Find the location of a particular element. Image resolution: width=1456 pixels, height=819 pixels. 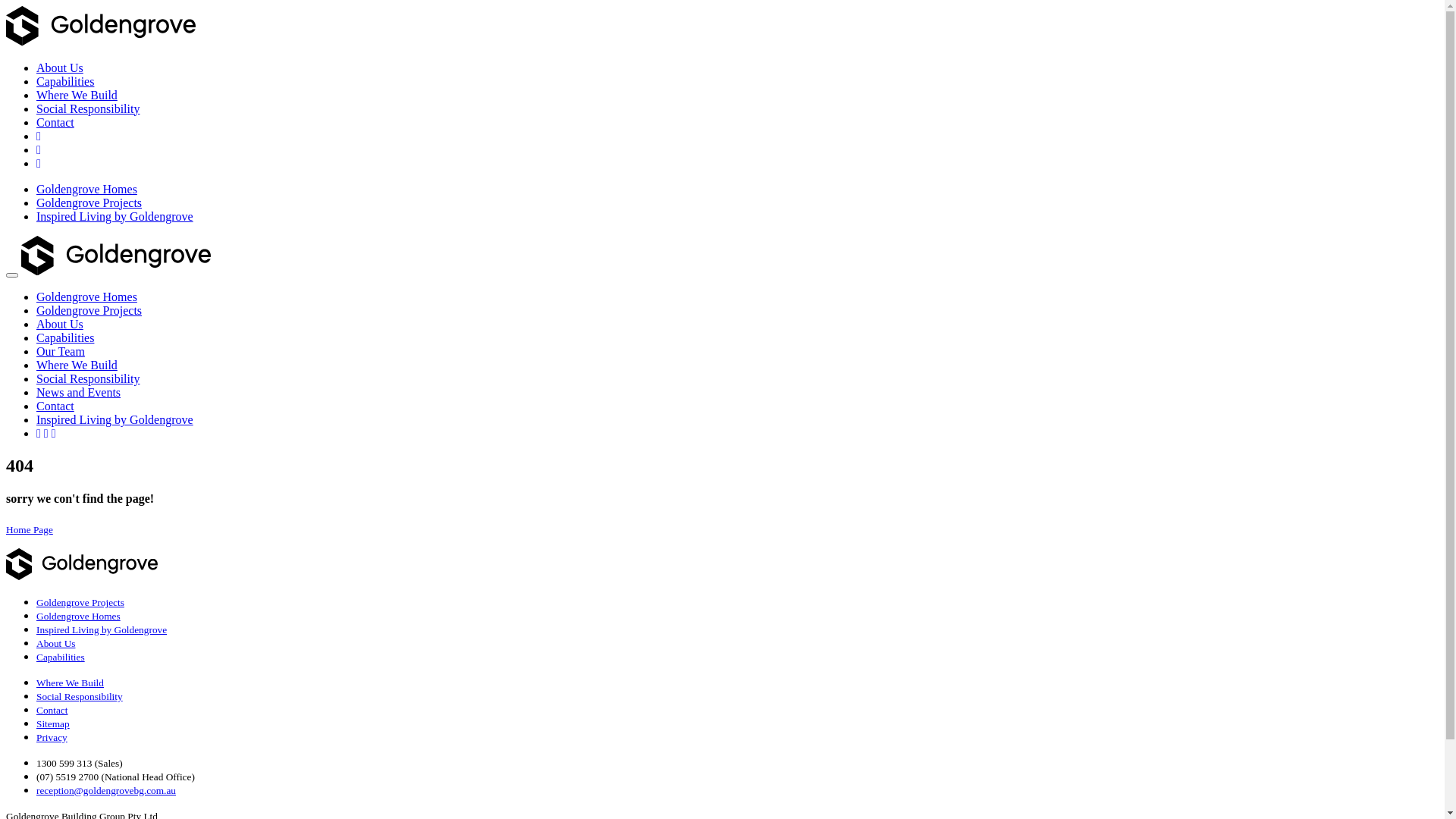

'Inspired Living by Goldengrove' is located at coordinates (114, 216).